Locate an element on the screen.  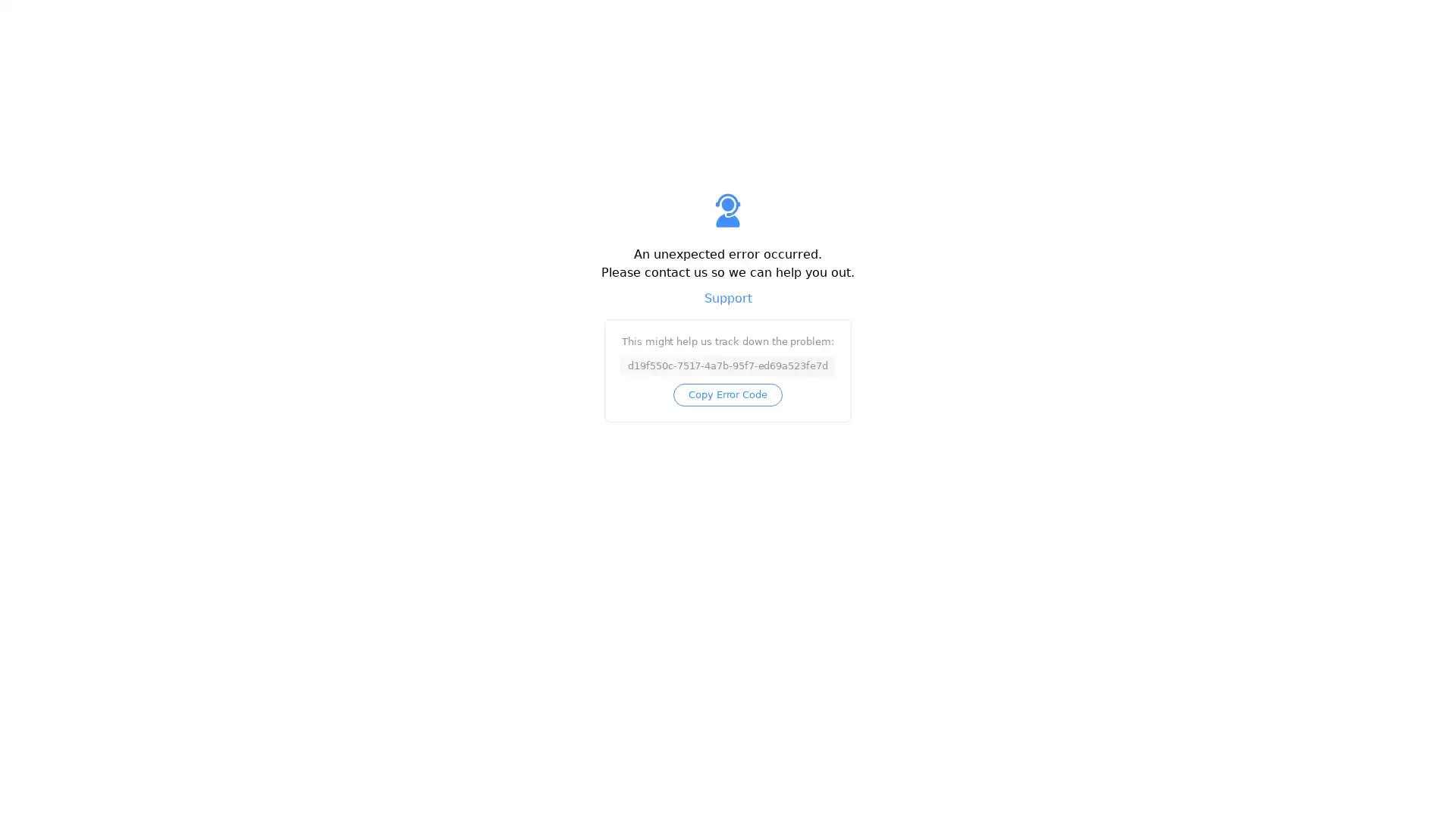
Copy Error Code to Clipboard is located at coordinates (726, 394).